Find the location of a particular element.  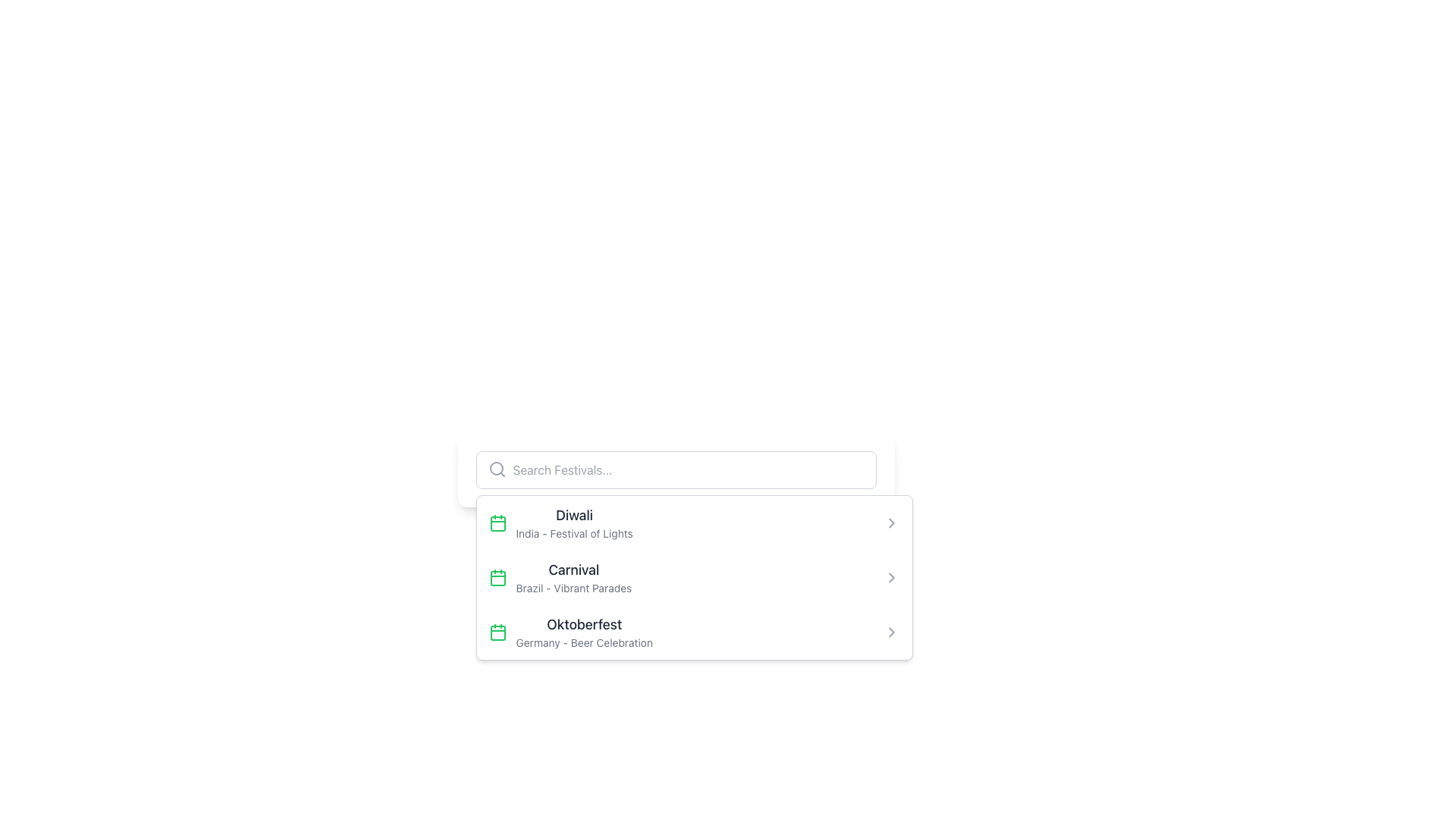

the green calendar icon located at the leftmost side of the 'Oktoberfest' entry in the list, which is described as 'Germany - Beer Celebration' is located at coordinates (497, 632).